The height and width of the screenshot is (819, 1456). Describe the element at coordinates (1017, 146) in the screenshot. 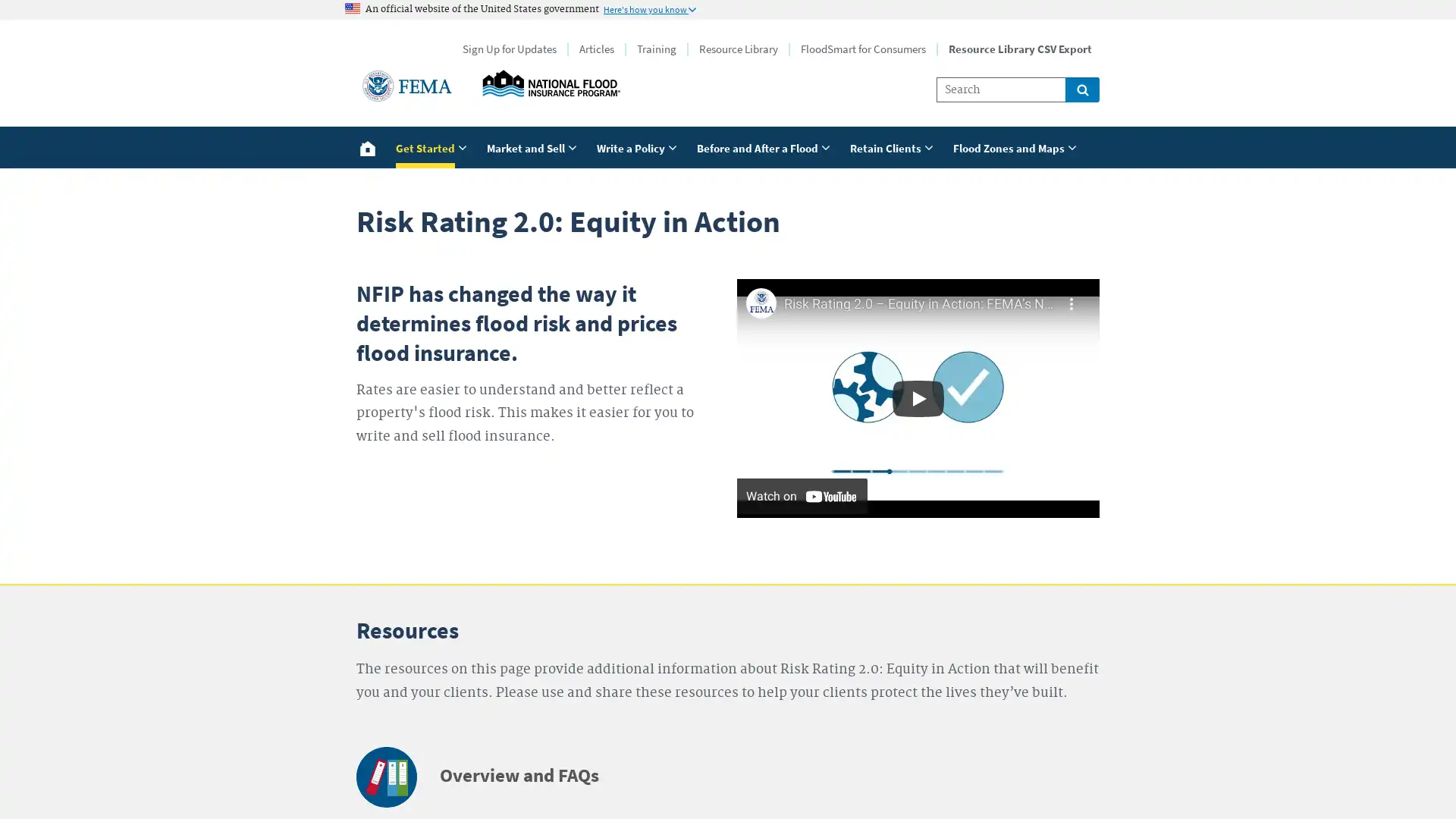

I see `Use <enter> and shift + <enter> to open and close the drop down to sub-menus` at that location.